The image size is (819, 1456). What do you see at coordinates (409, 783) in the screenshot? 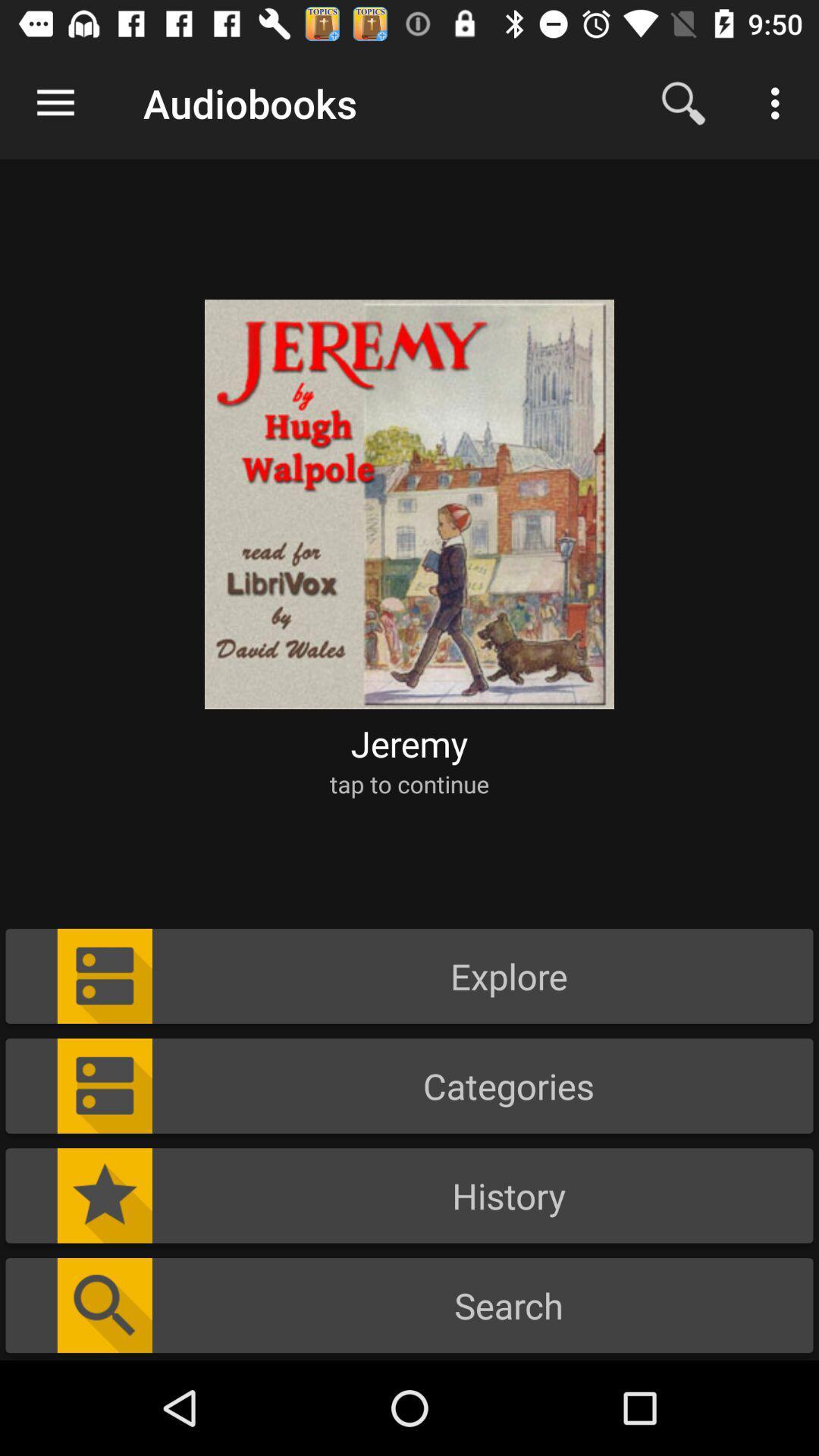
I see `the tap to continue icon` at bounding box center [409, 783].